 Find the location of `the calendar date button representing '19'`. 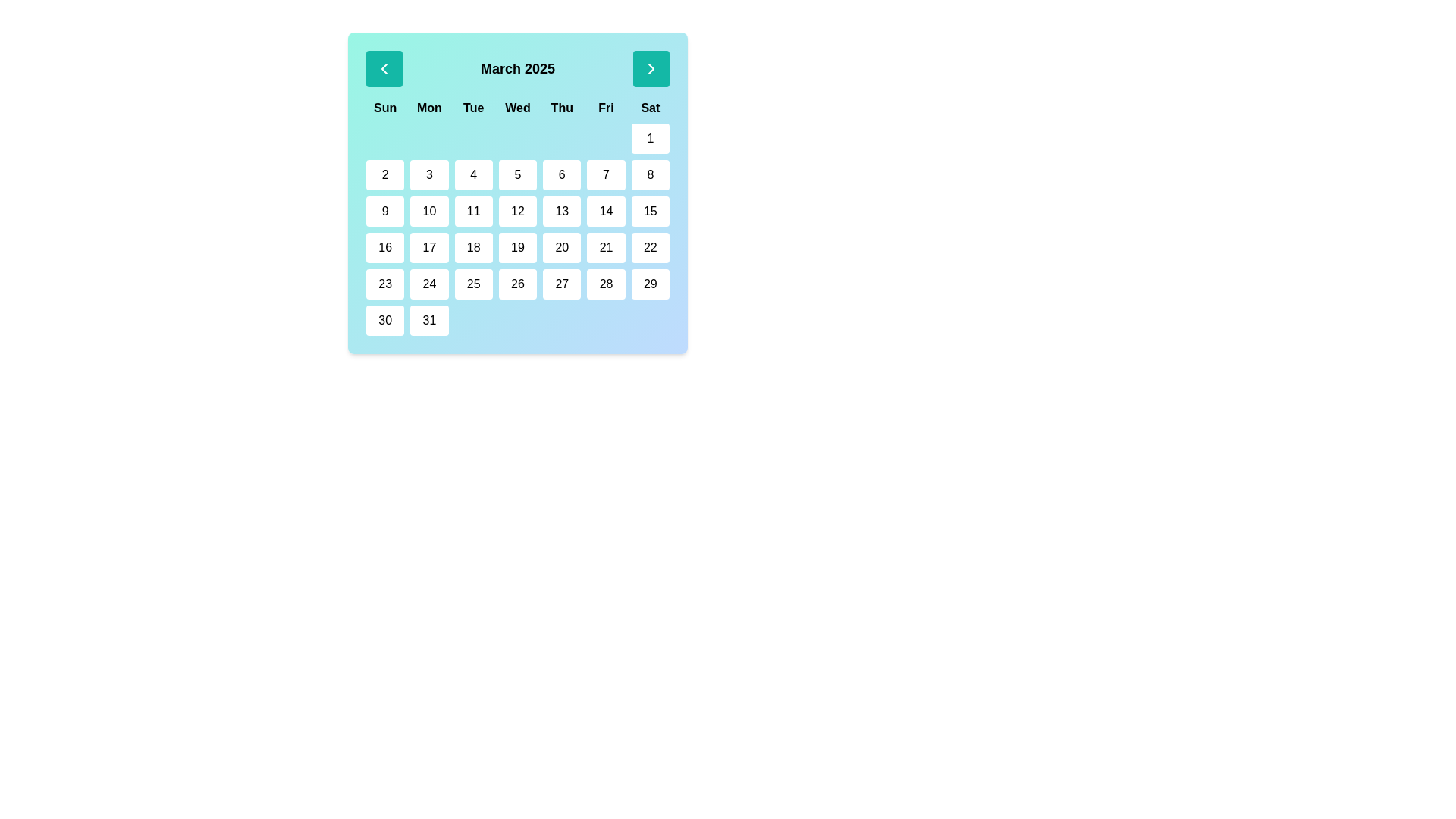

the calendar date button representing '19' is located at coordinates (517, 247).